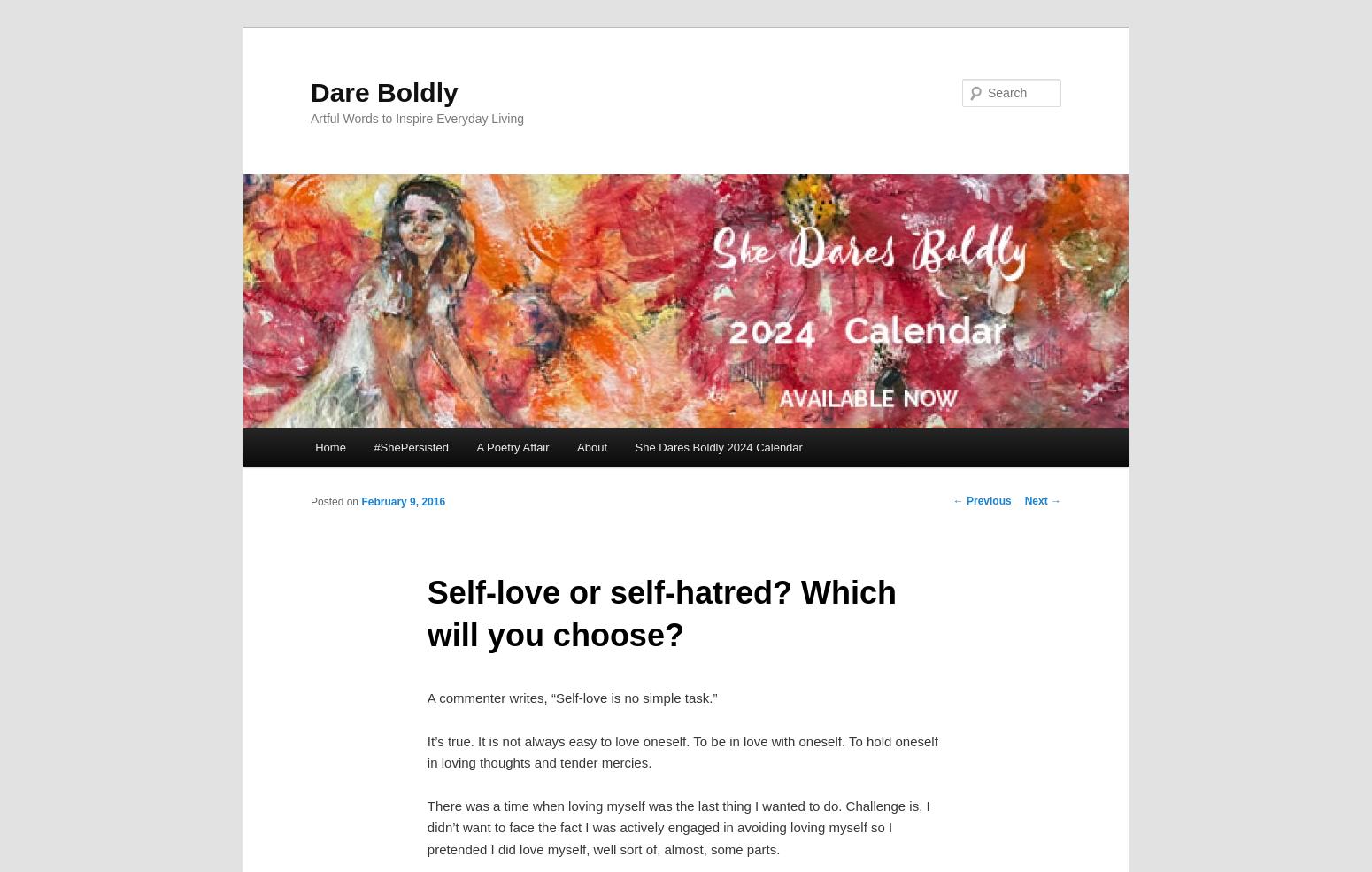 The height and width of the screenshot is (872, 1372). I want to click on 'Dare Boldly', so click(310, 91).